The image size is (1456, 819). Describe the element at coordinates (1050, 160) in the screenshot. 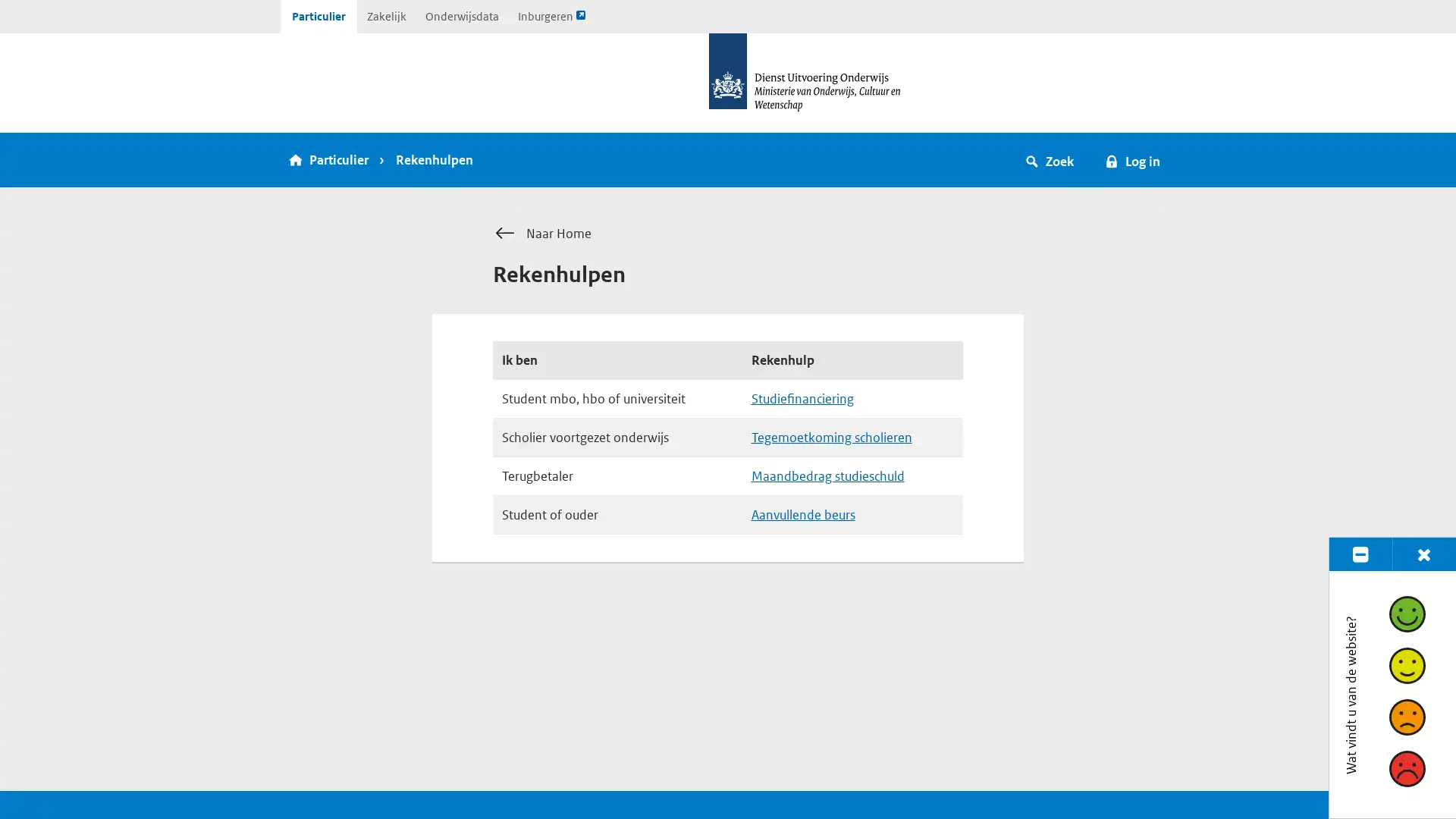

I see `Zoek` at that location.